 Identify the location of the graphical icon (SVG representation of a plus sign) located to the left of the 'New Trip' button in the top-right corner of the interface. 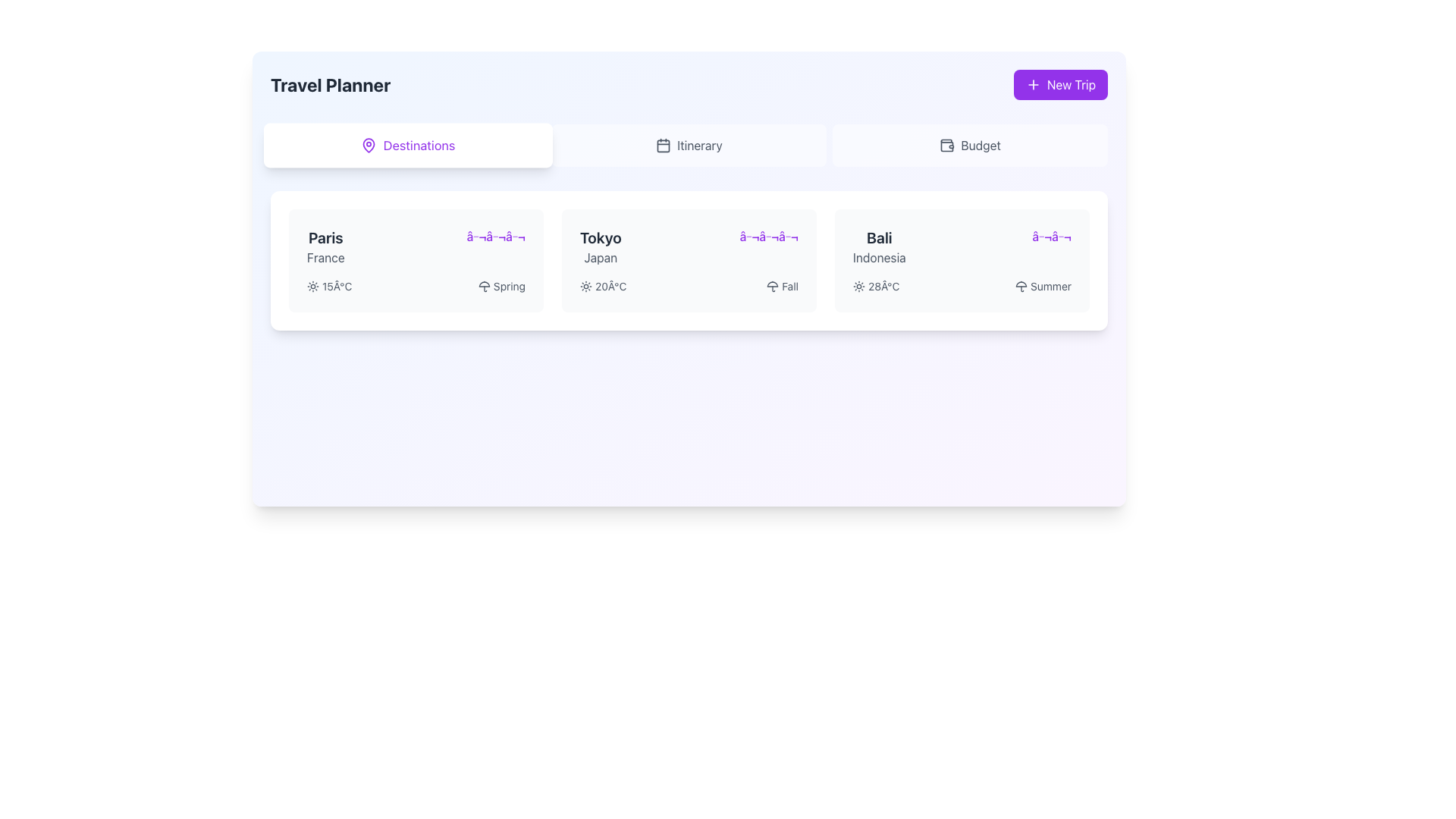
(1032, 84).